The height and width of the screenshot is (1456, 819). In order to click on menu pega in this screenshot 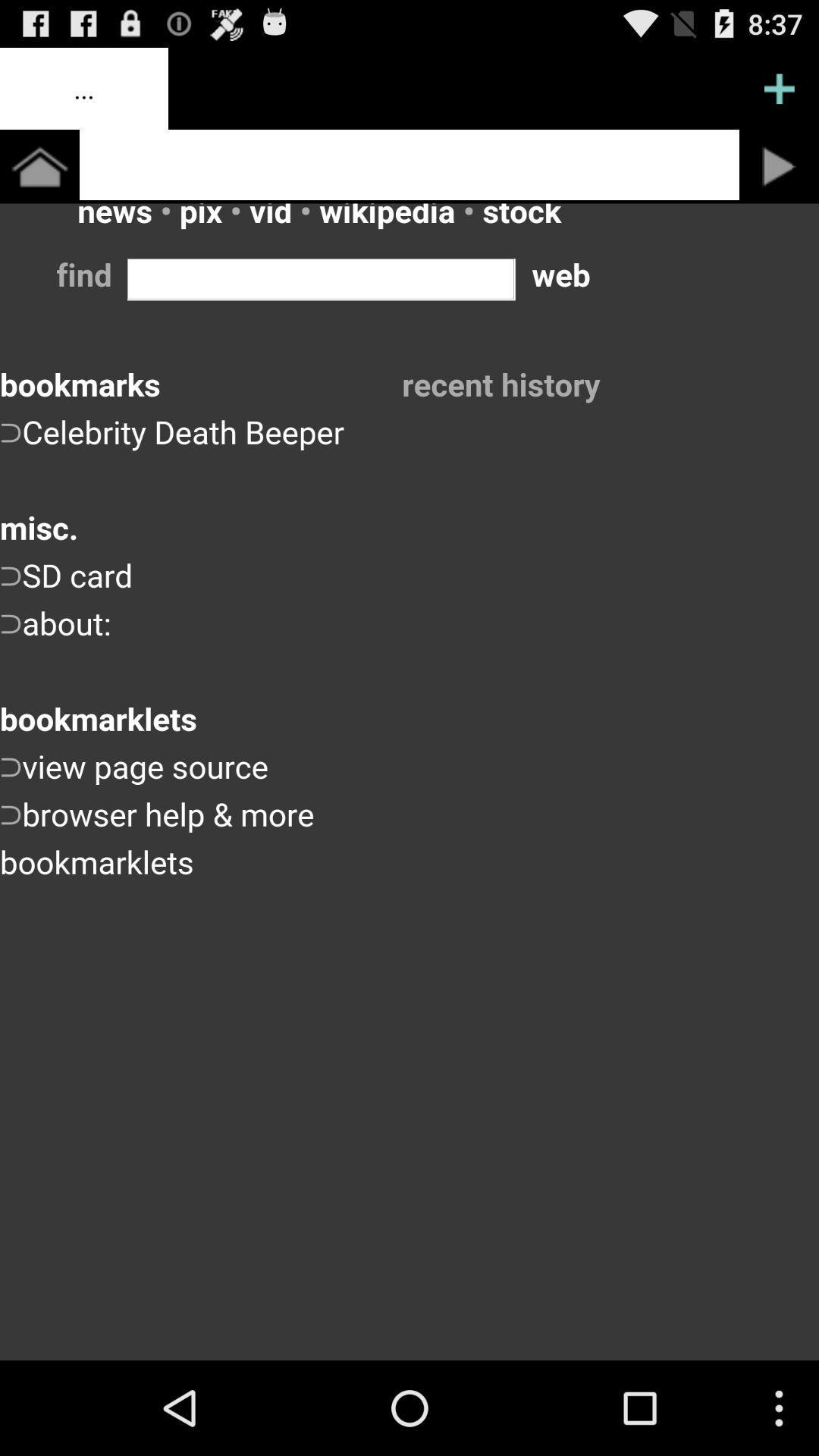, I will do `click(779, 87)`.